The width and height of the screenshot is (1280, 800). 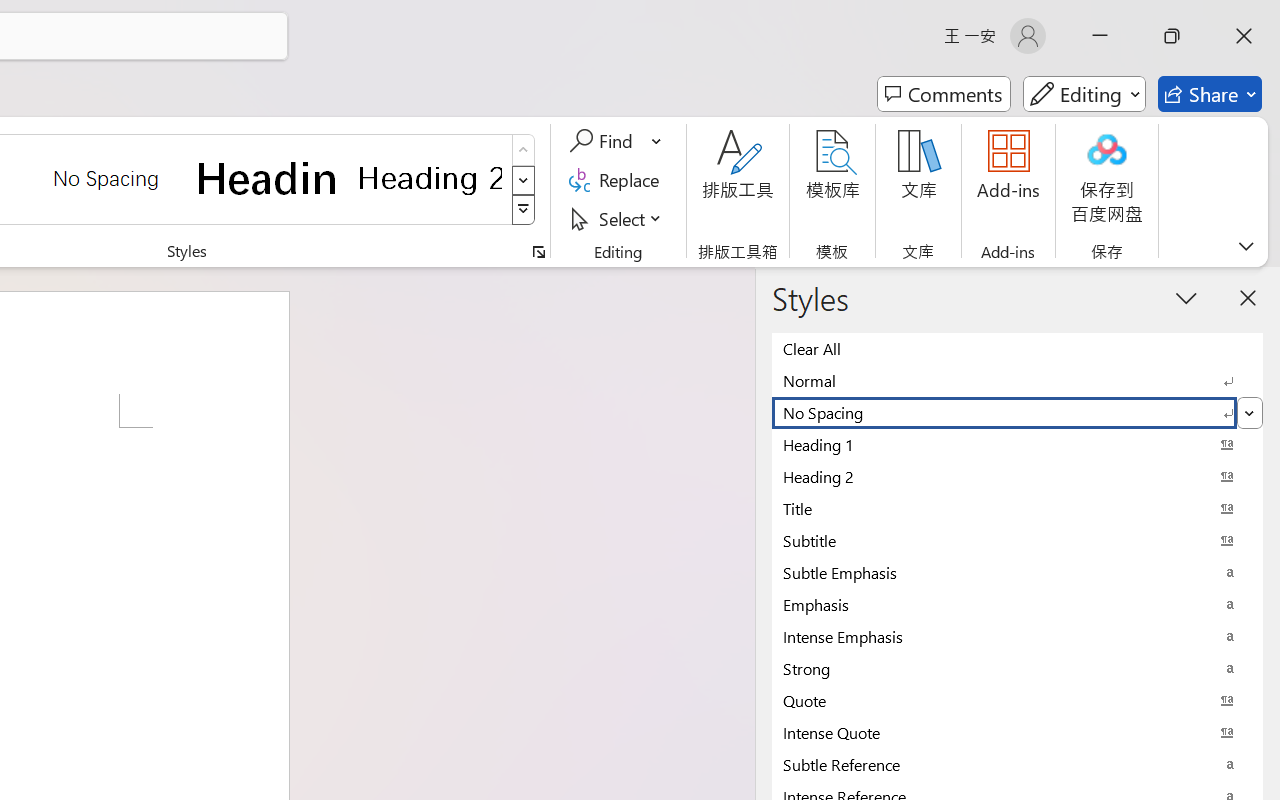 What do you see at coordinates (617, 218) in the screenshot?
I see `'Select'` at bounding box center [617, 218].